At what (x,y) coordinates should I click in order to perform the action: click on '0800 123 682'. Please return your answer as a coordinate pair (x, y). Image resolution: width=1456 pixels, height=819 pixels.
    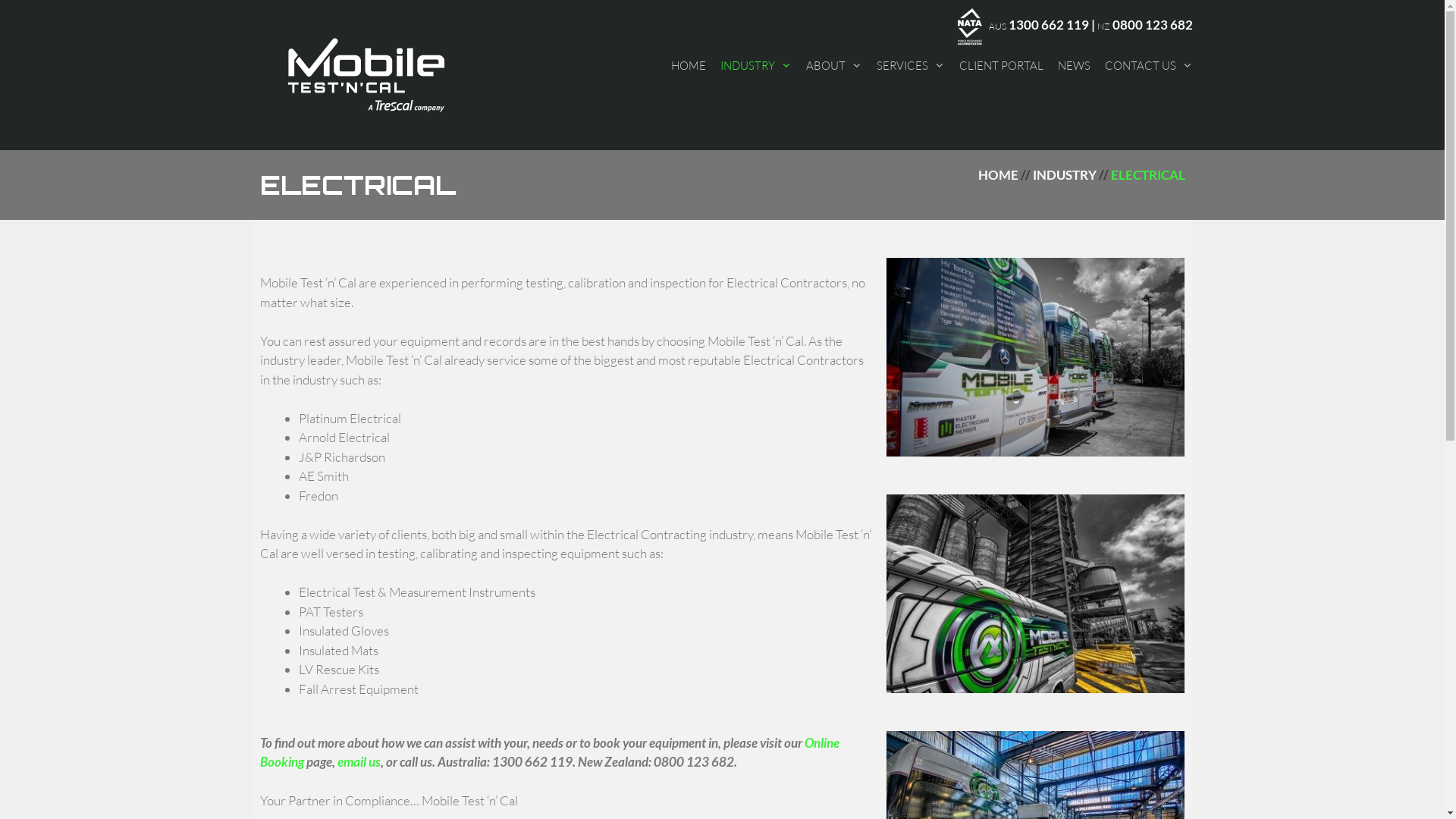
    Looking at the image, I should click on (1151, 24).